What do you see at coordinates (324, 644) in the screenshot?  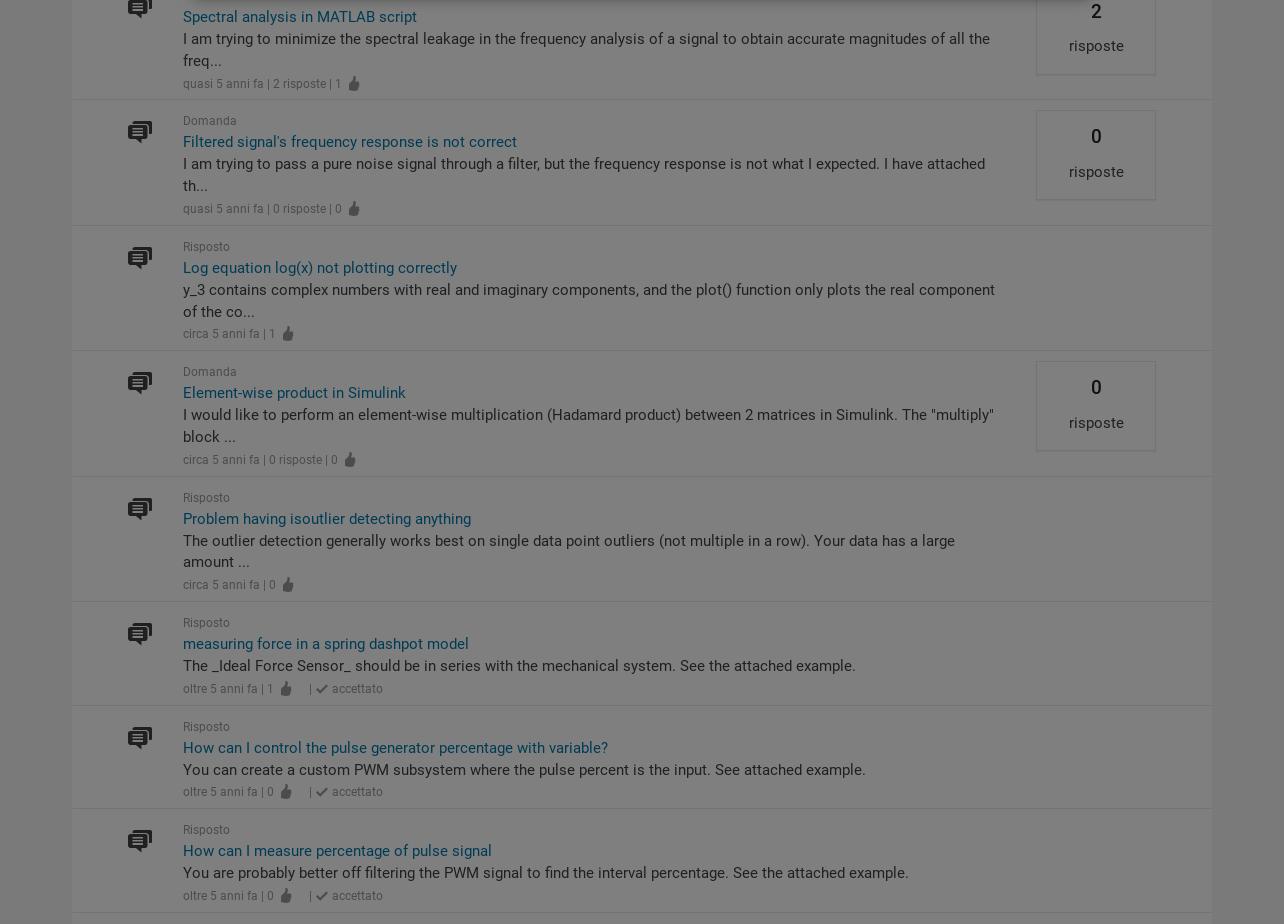 I see `'measuring force in a spring dashpot model'` at bounding box center [324, 644].